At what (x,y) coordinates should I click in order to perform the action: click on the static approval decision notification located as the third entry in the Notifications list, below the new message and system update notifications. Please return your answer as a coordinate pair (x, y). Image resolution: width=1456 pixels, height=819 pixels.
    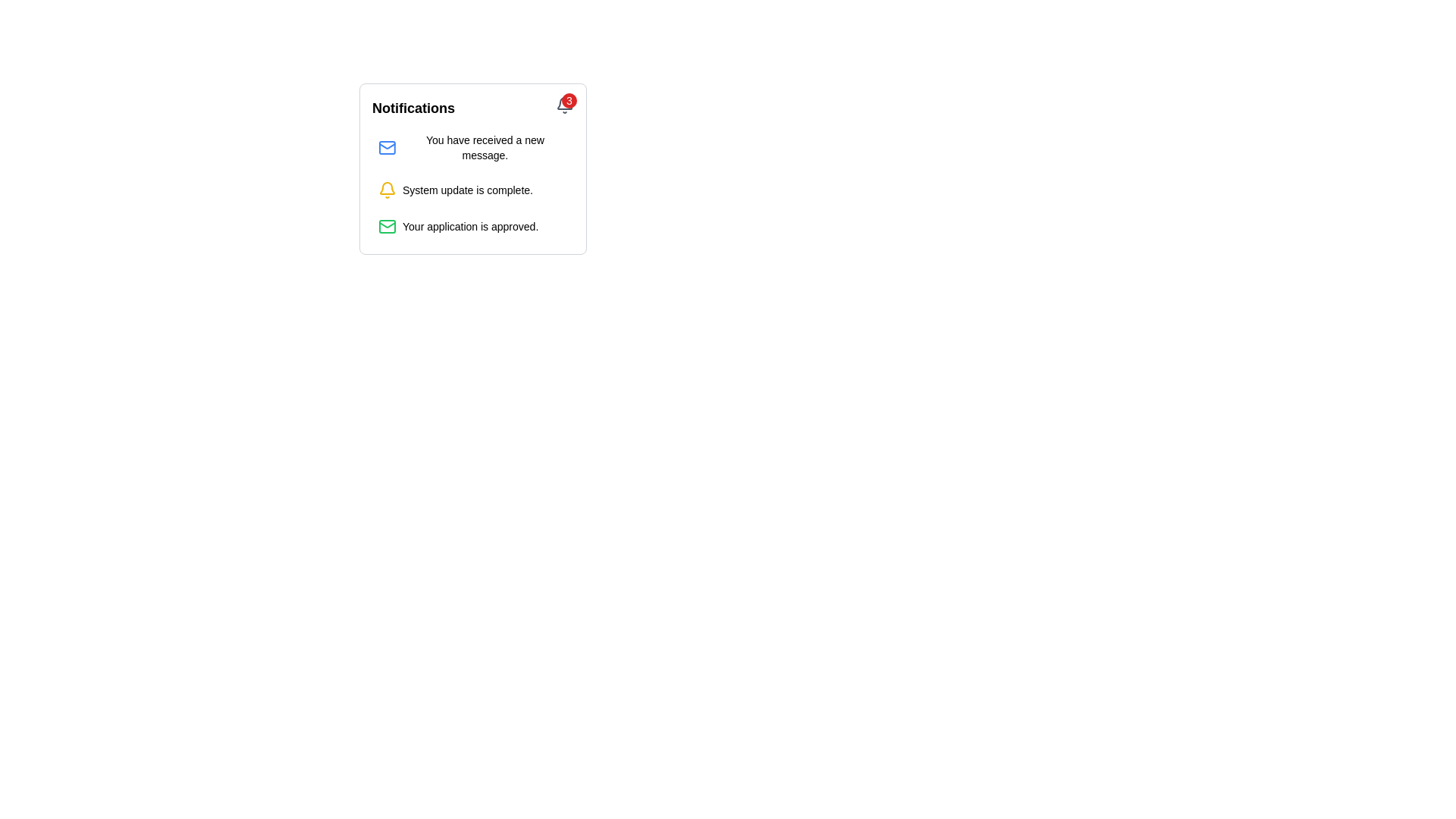
    Looking at the image, I should click on (472, 227).